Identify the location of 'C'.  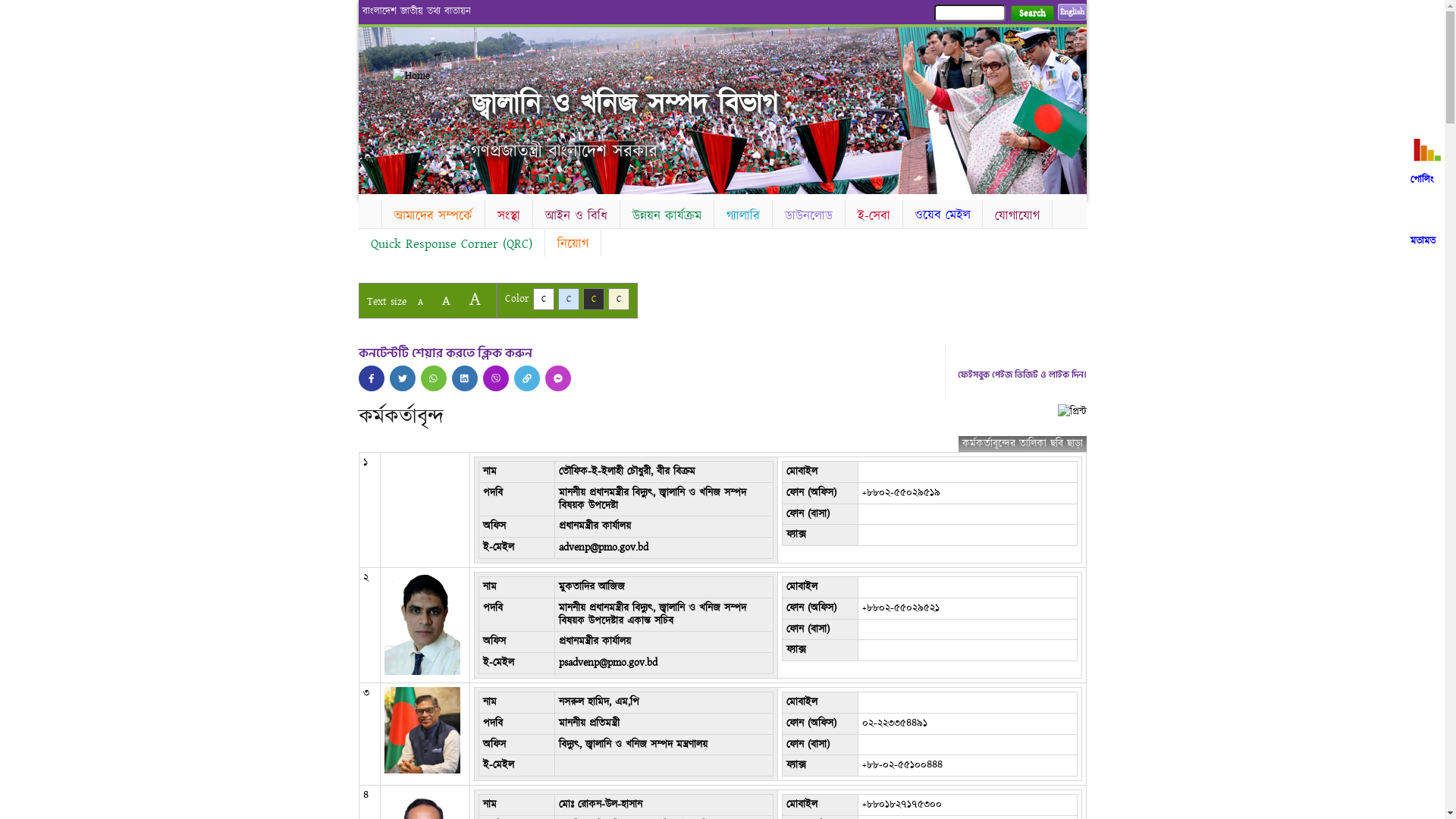
(542, 299).